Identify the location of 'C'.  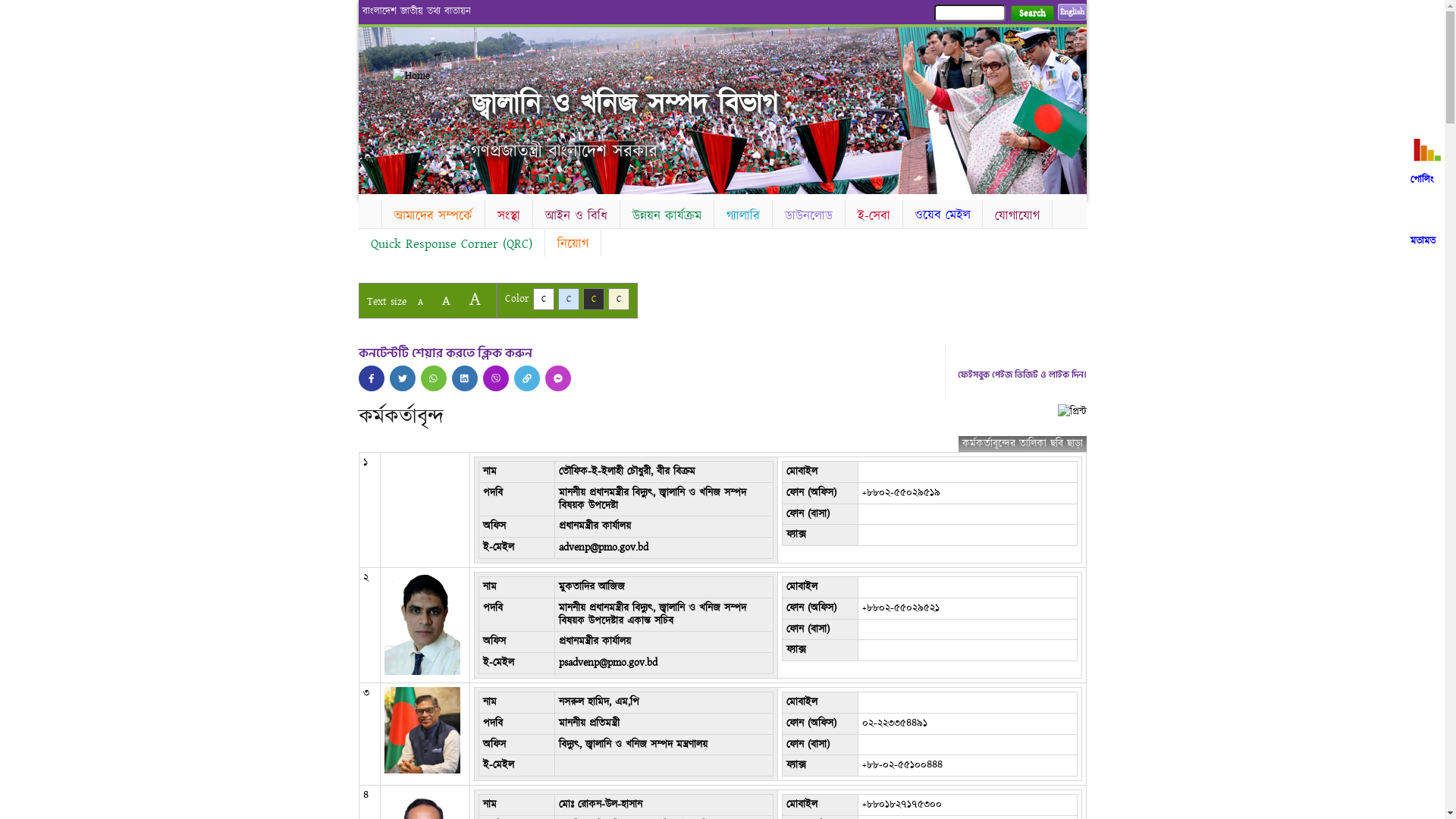
(542, 299).